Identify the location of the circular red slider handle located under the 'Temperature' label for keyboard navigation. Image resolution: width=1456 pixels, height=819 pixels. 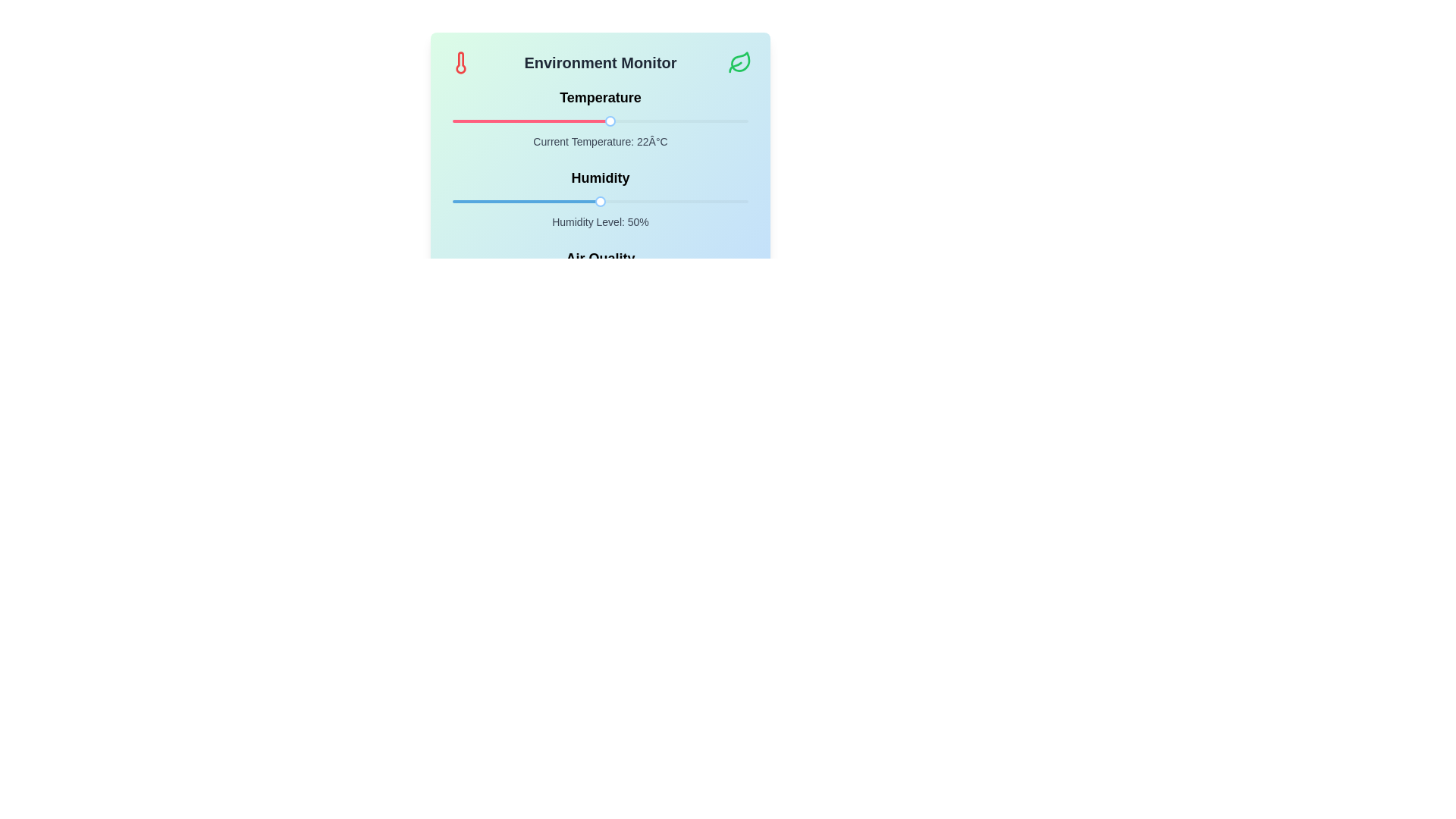
(610, 120).